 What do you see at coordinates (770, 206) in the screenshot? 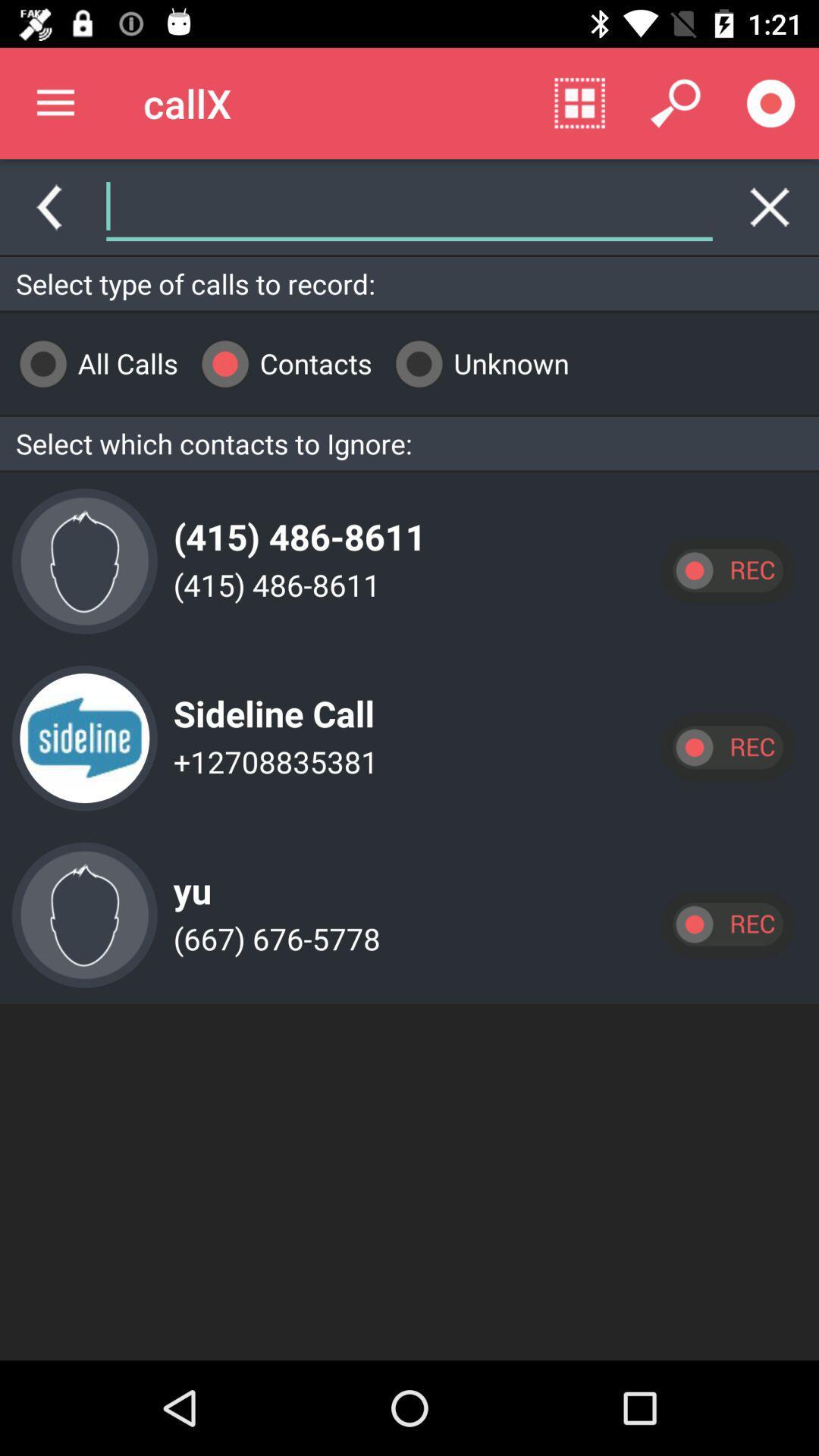
I see `page` at bounding box center [770, 206].